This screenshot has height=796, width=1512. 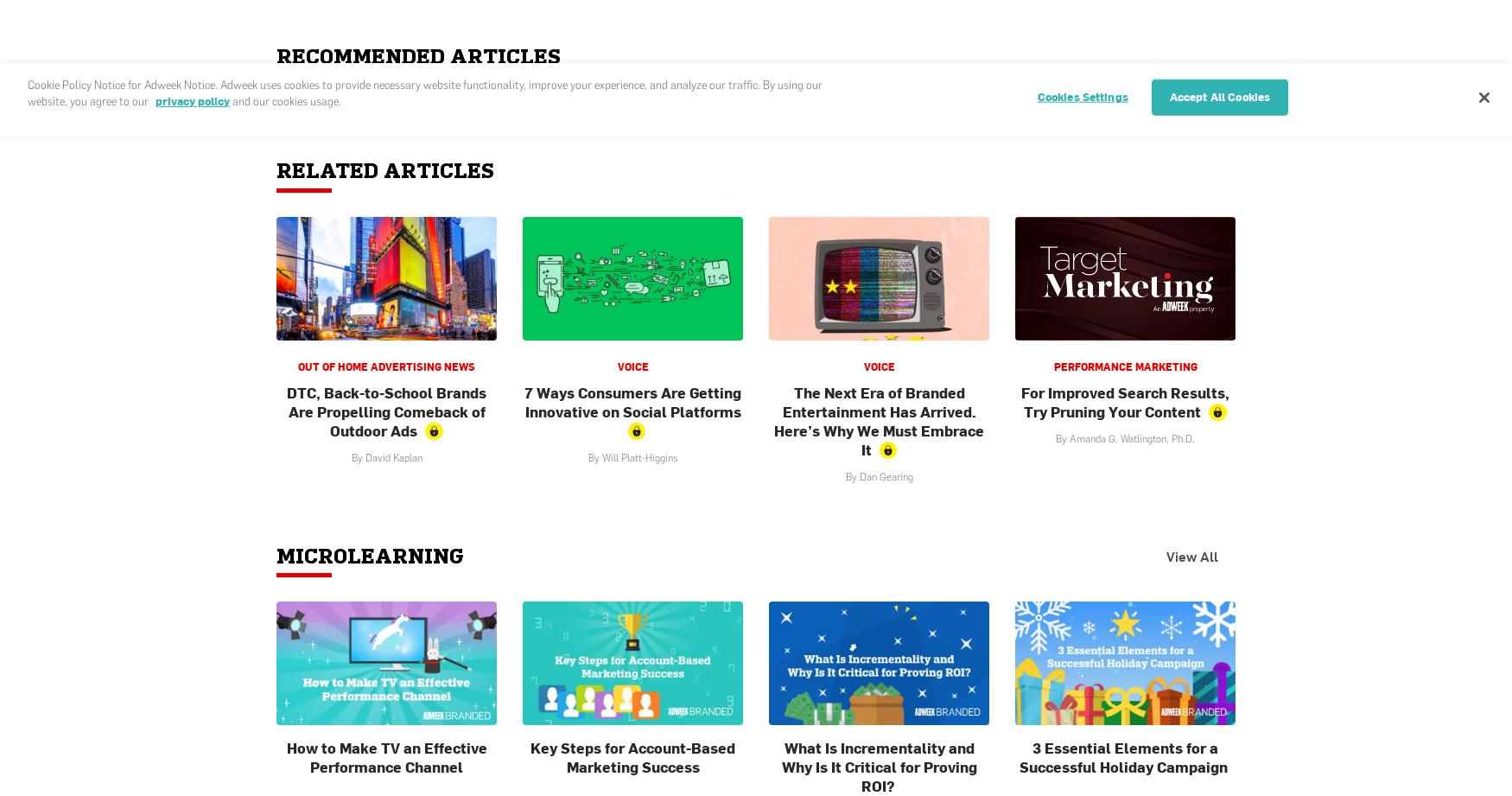 I want to click on 'For Improved Search Results, Try Pruning Your Content', so click(x=1124, y=400).